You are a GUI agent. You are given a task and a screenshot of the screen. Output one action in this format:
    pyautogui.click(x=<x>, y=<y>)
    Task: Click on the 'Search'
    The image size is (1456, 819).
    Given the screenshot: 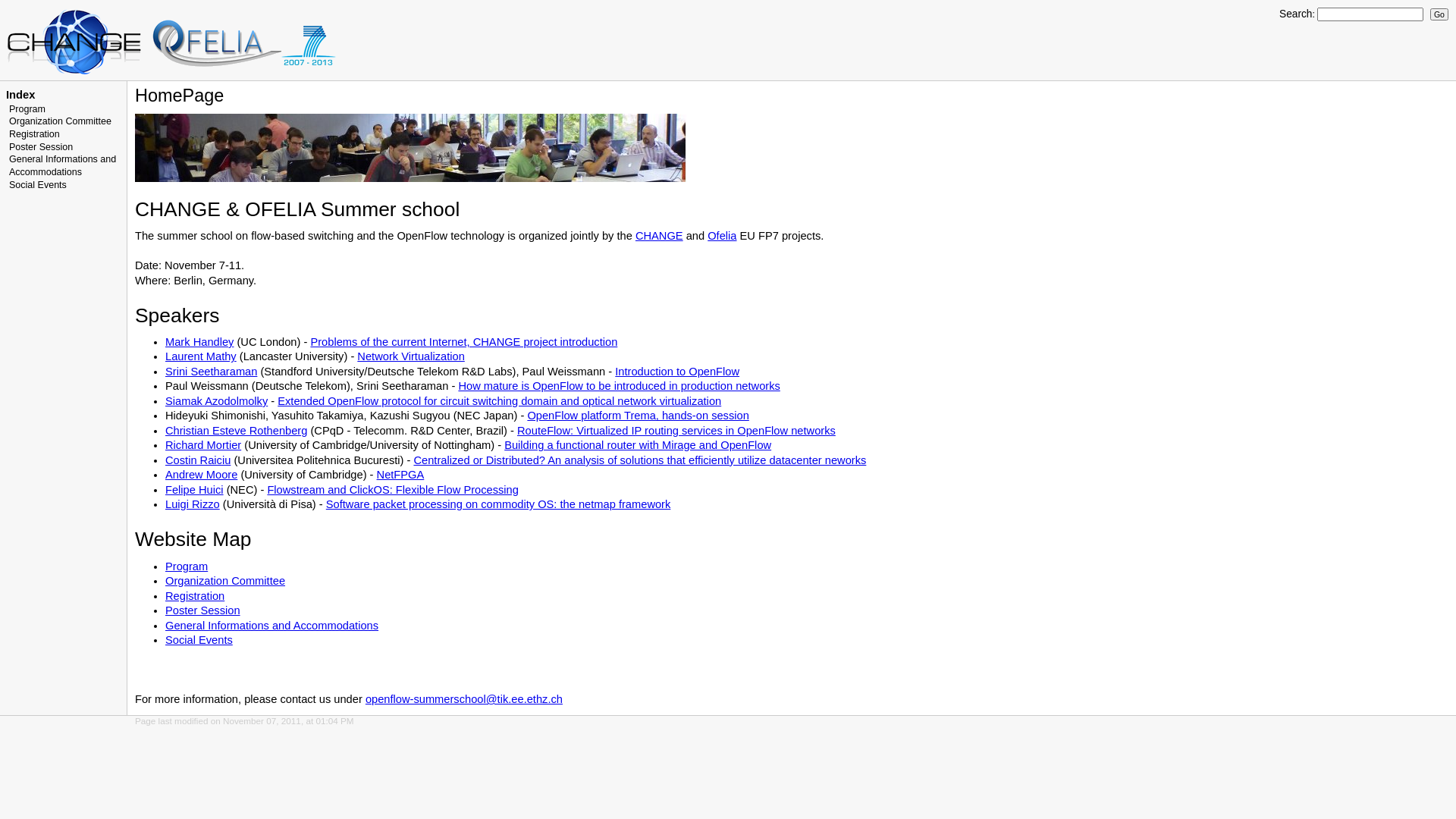 What is the action you would take?
    pyautogui.click(x=1294, y=14)
    